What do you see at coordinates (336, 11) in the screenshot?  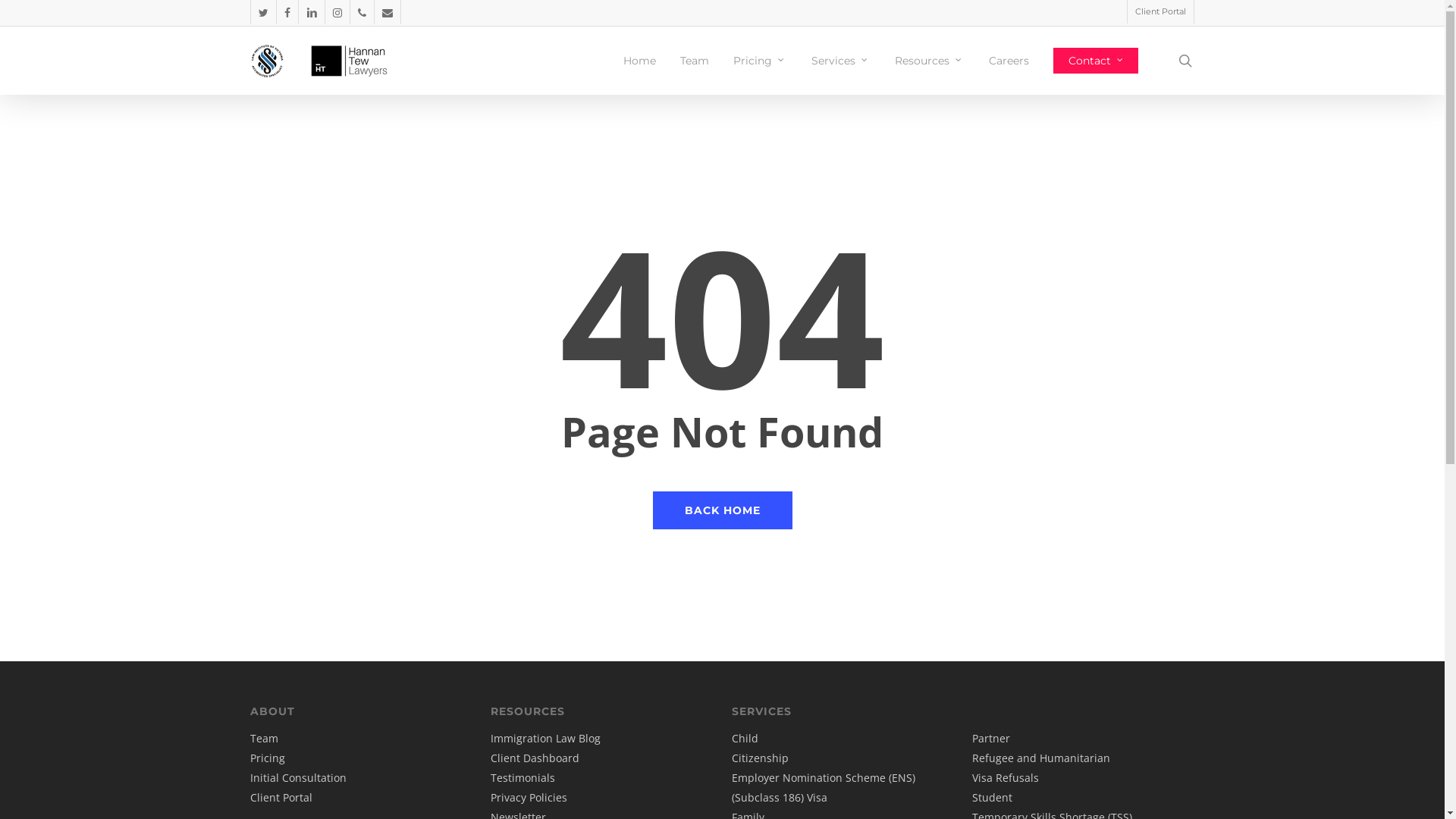 I see `'Instagram'` at bounding box center [336, 11].